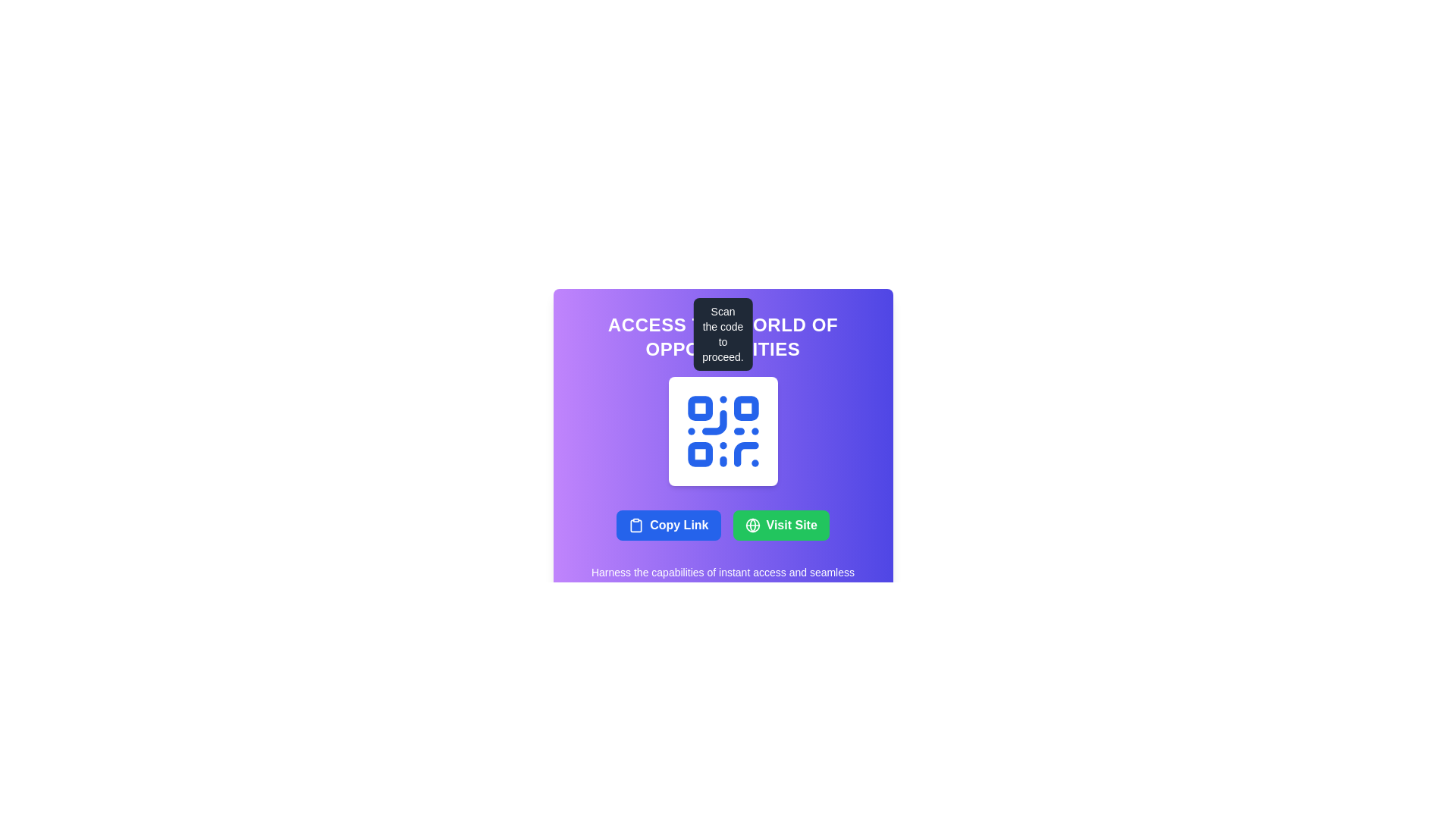  What do you see at coordinates (699, 407) in the screenshot?
I see `the small blue square block with rounded corners located in the top-left corner of the QR code graphic` at bounding box center [699, 407].